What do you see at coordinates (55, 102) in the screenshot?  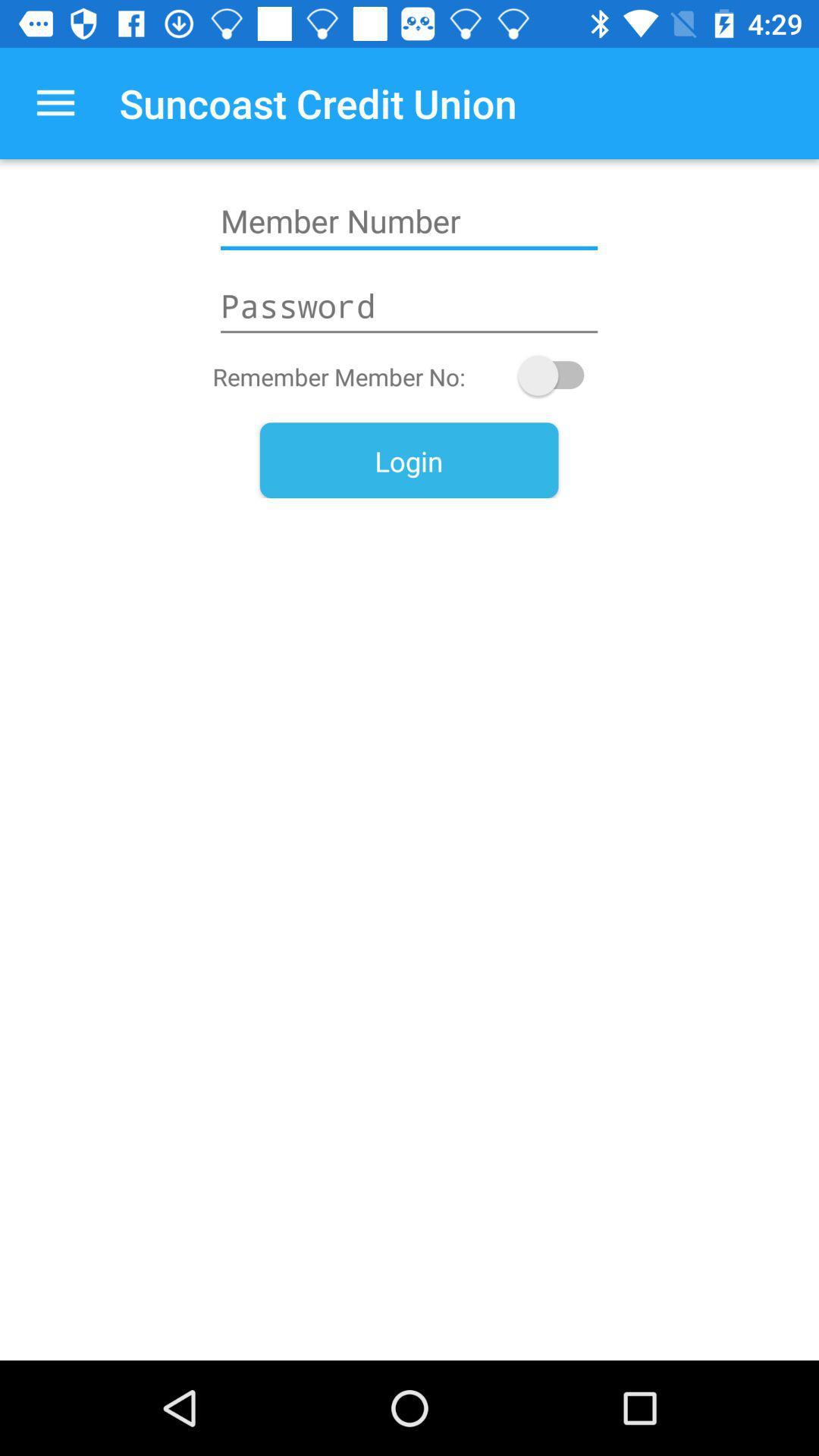 I see `the icon at the top left corner` at bounding box center [55, 102].